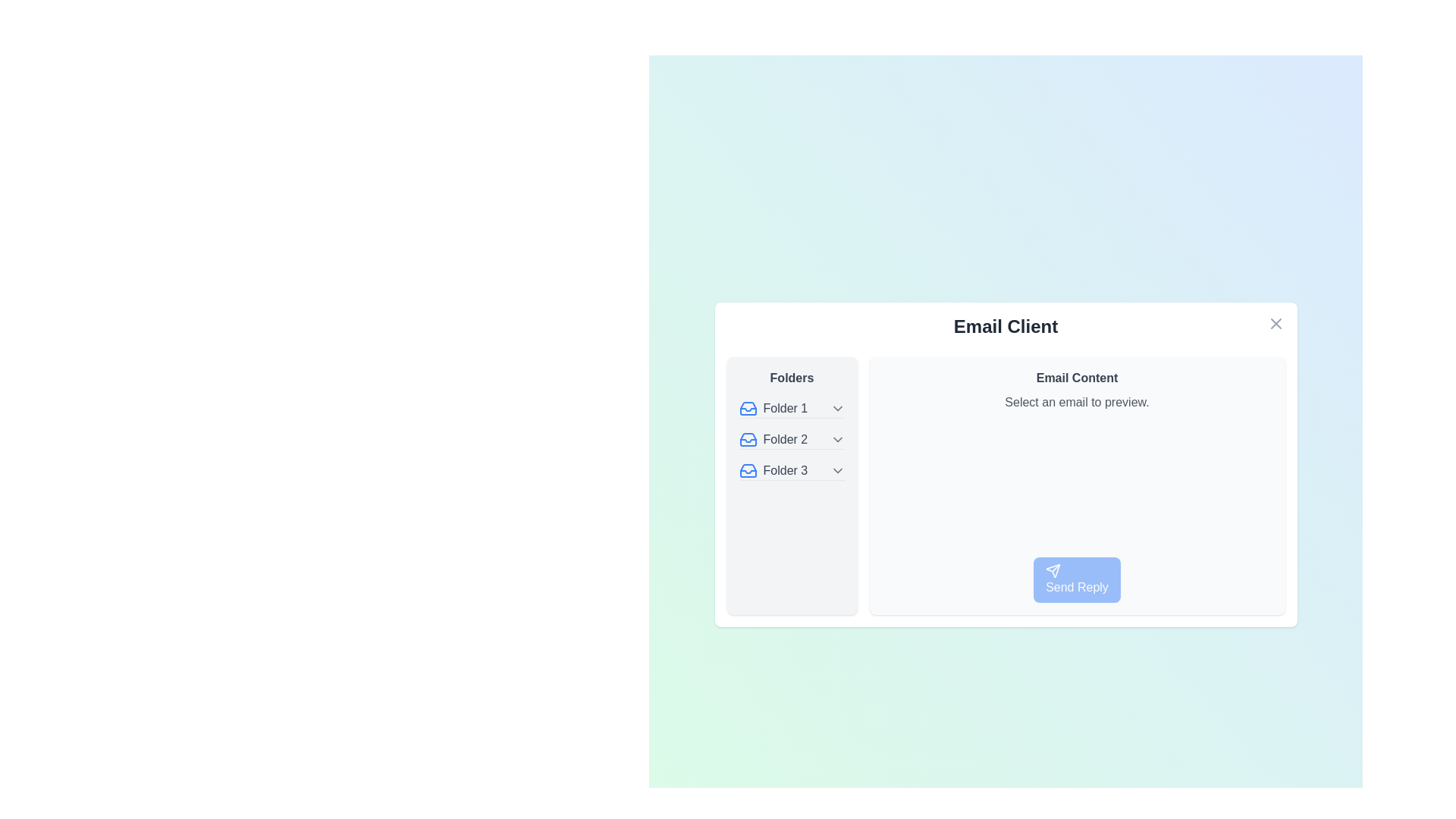 The height and width of the screenshot is (819, 1456). Describe the element at coordinates (836, 439) in the screenshot. I see `the downward-facing chevron icon next to 'Folder 2' in the left-hand menu` at that location.